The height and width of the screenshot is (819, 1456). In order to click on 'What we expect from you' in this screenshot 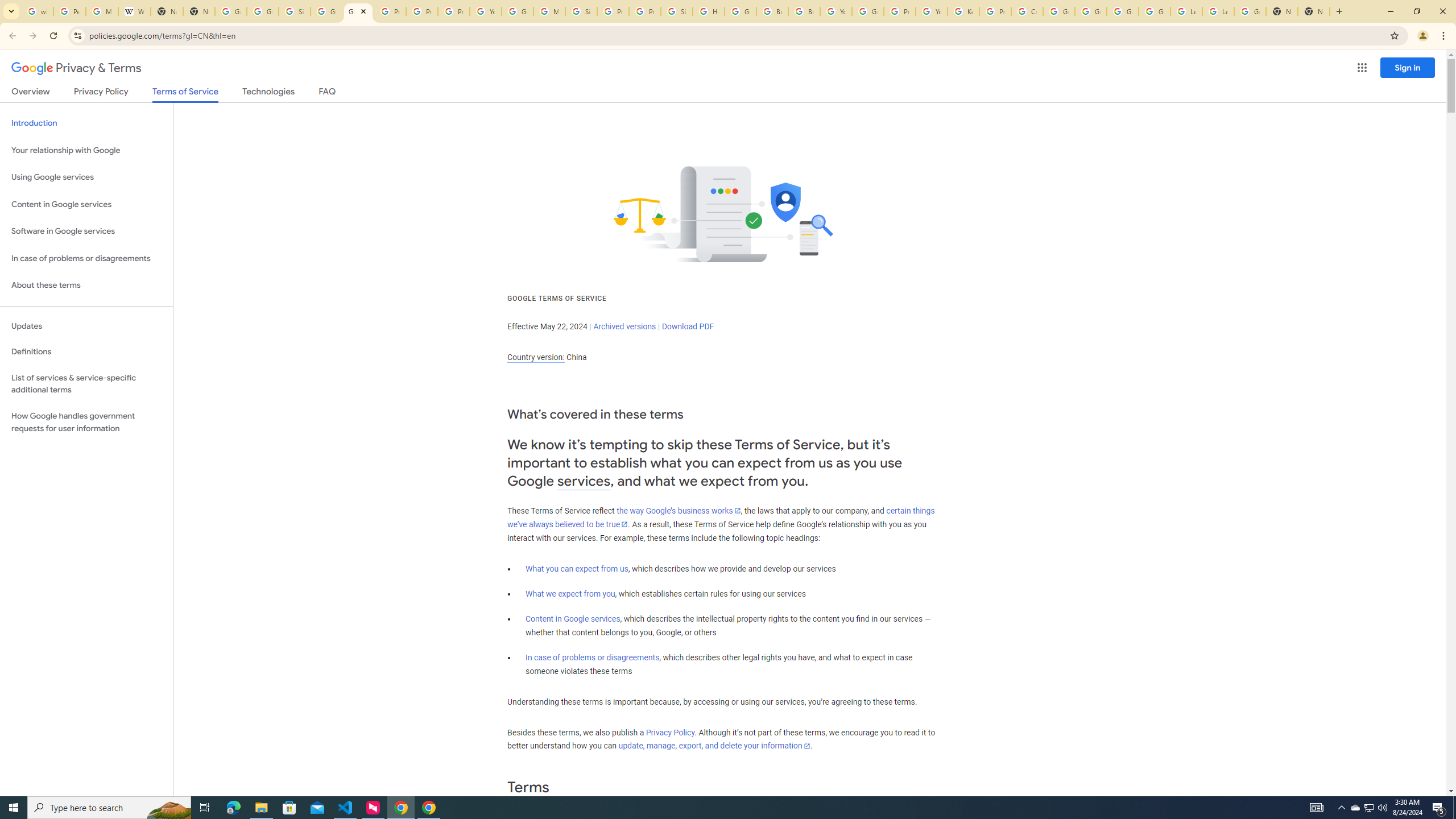, I will do `click(570, 593)`.